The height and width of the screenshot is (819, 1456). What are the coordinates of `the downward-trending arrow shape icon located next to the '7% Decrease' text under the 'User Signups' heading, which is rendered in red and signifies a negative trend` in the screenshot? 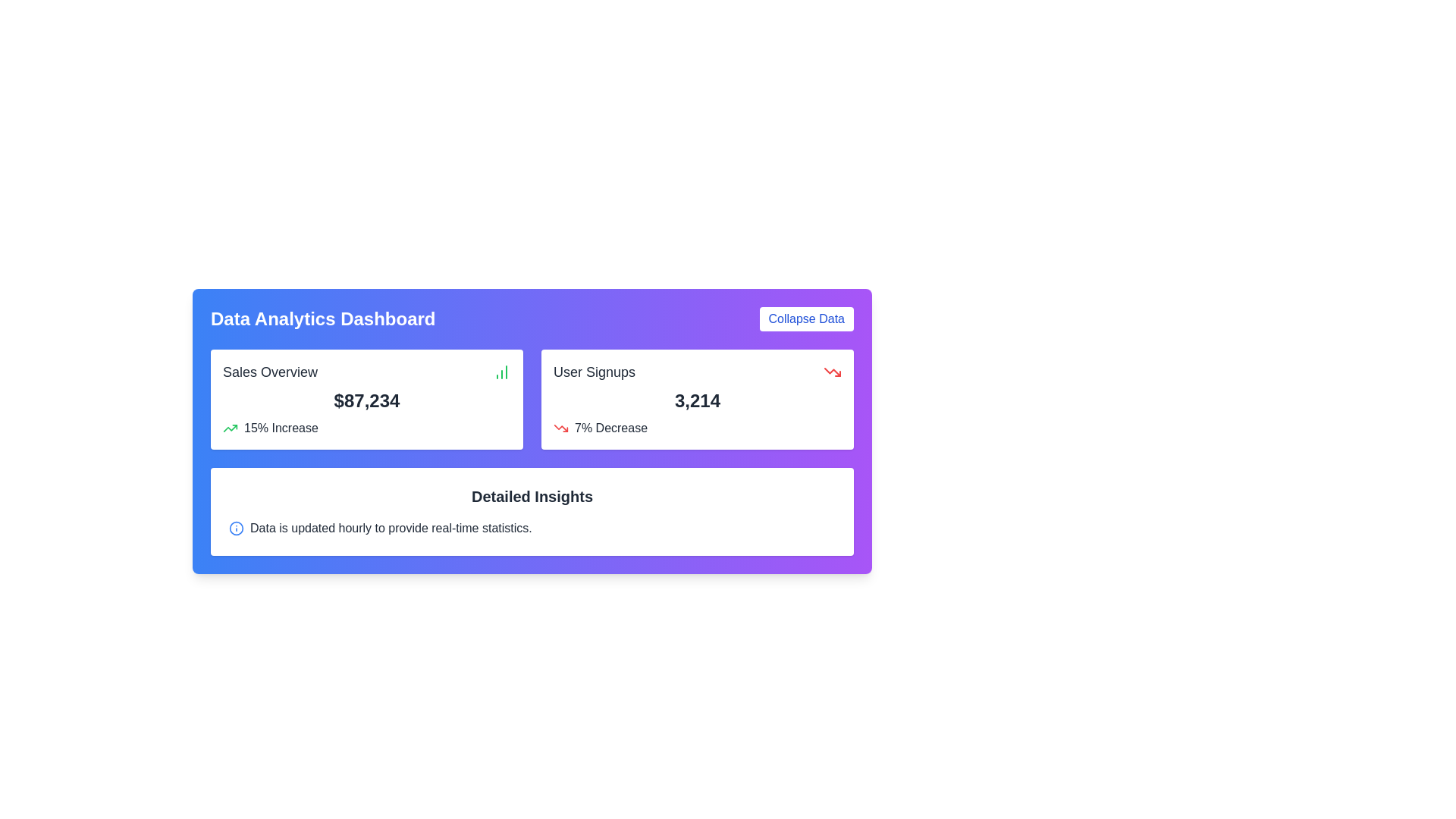 It's located at (832, 372).